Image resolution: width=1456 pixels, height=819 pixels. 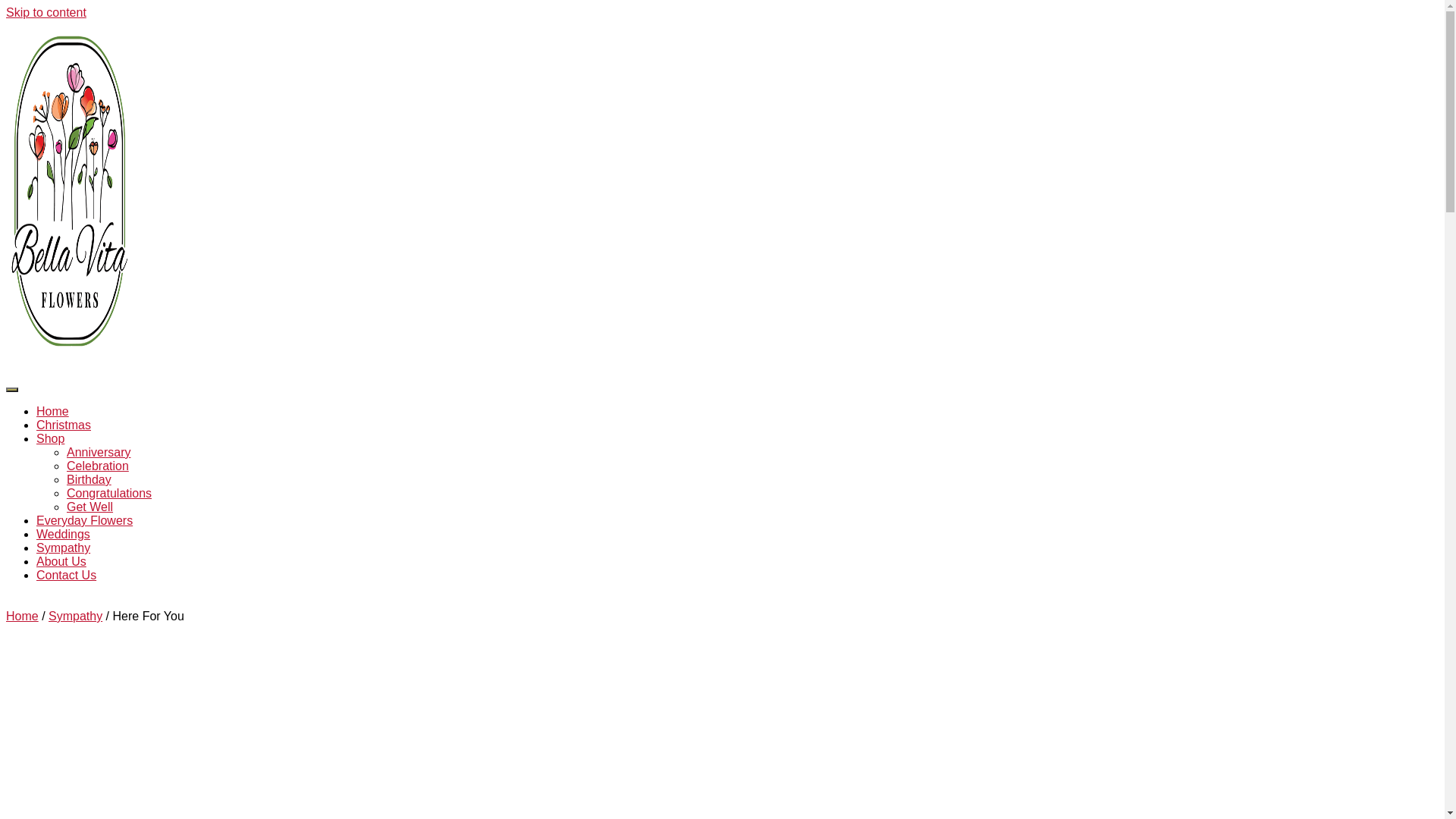 What do you see at coordinates (89, 507) in the screenshot?
I see `'Get Well'` at bounding box center [89, 507].